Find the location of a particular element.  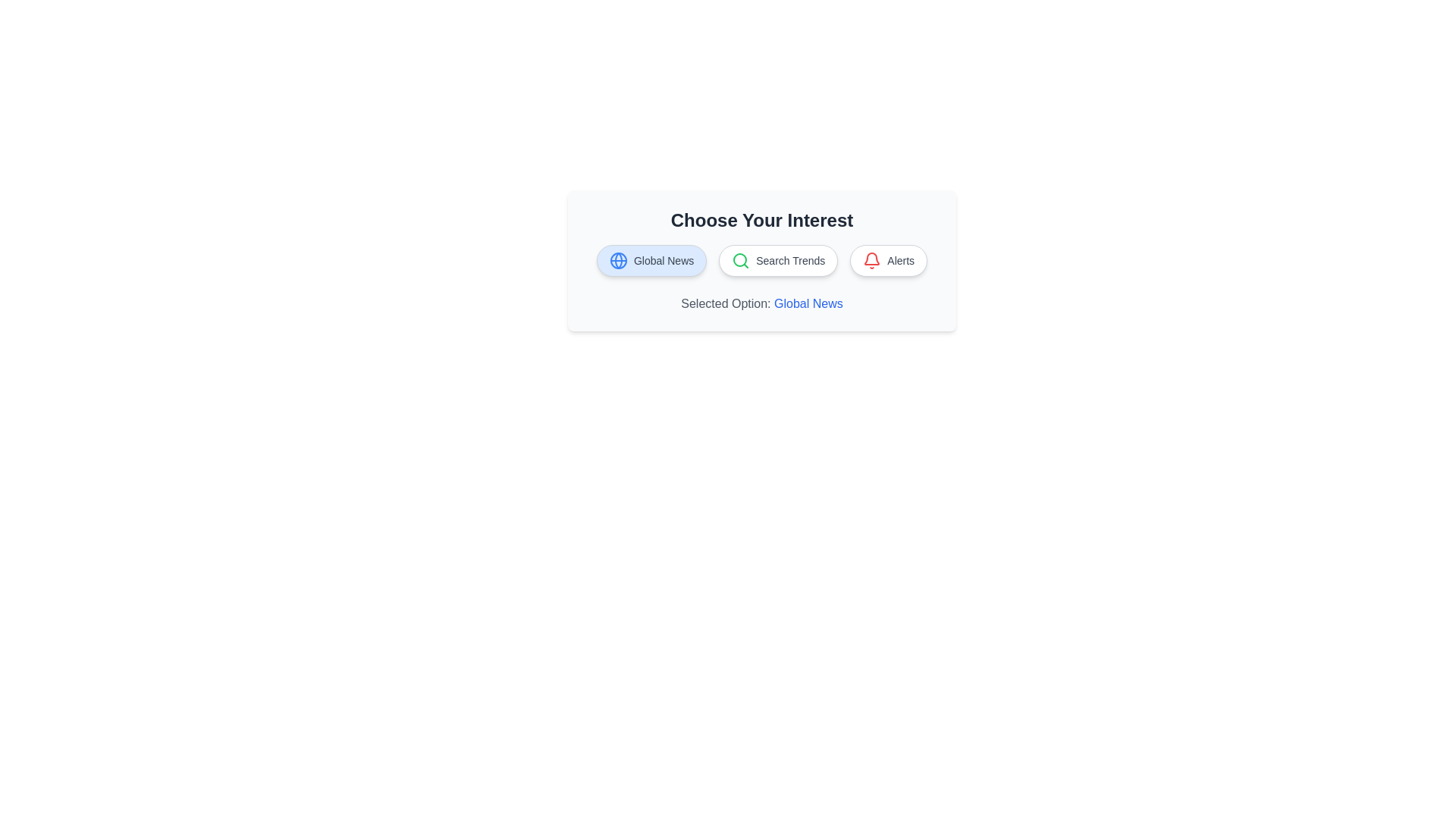

the chip labeled Global News to update the selected option is located at coordinates (651, 259).